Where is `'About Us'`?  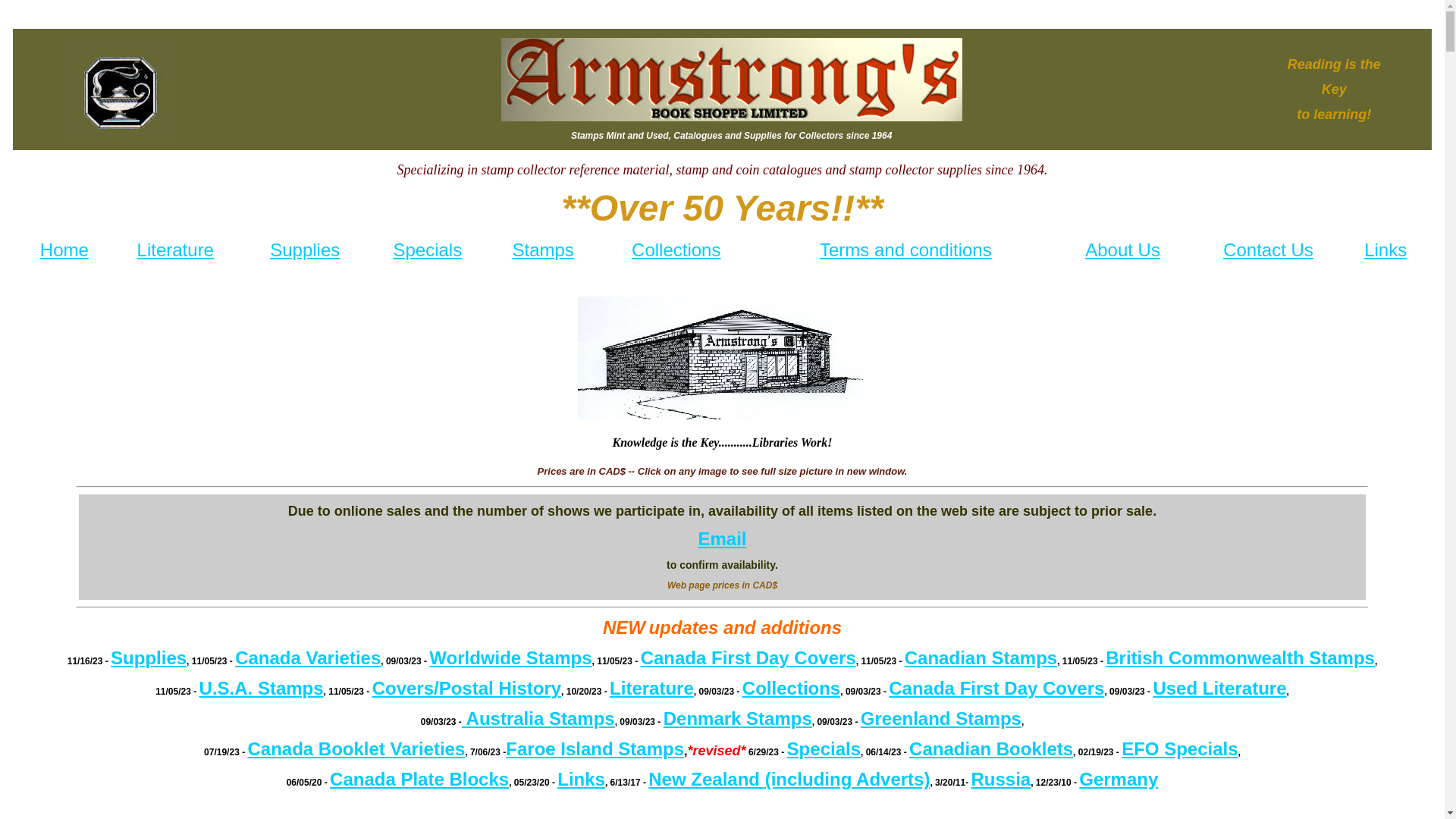
'About Us' is located at coordinates (1122, 249).